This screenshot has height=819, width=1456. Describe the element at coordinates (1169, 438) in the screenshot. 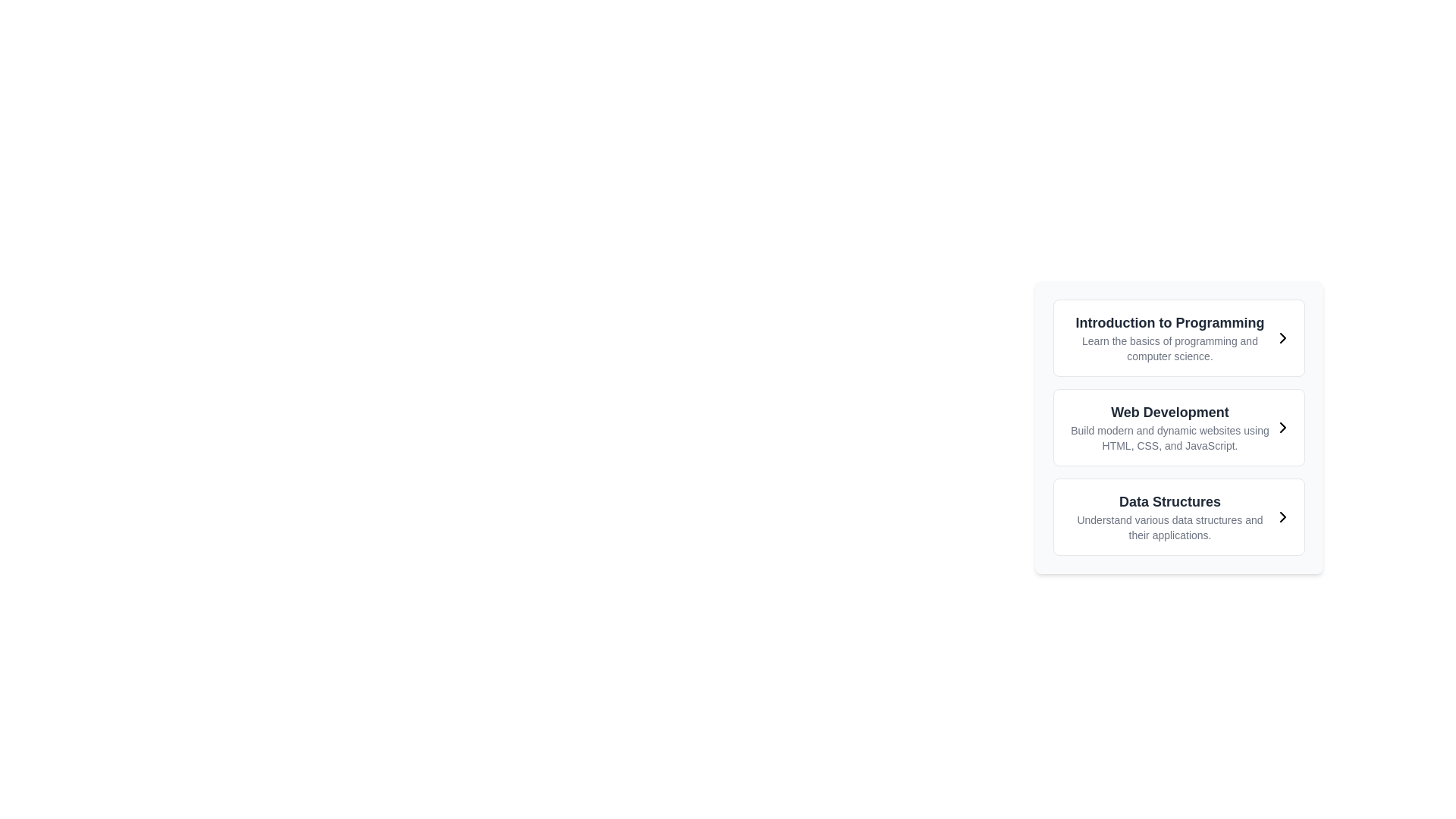

I see `the static text element styled as a paragraph, which reads 'Build modern and dynamic websites using HTML, CSS, and JavaScript.' positioned below the 'Web Development' title in the card layout` at that location.